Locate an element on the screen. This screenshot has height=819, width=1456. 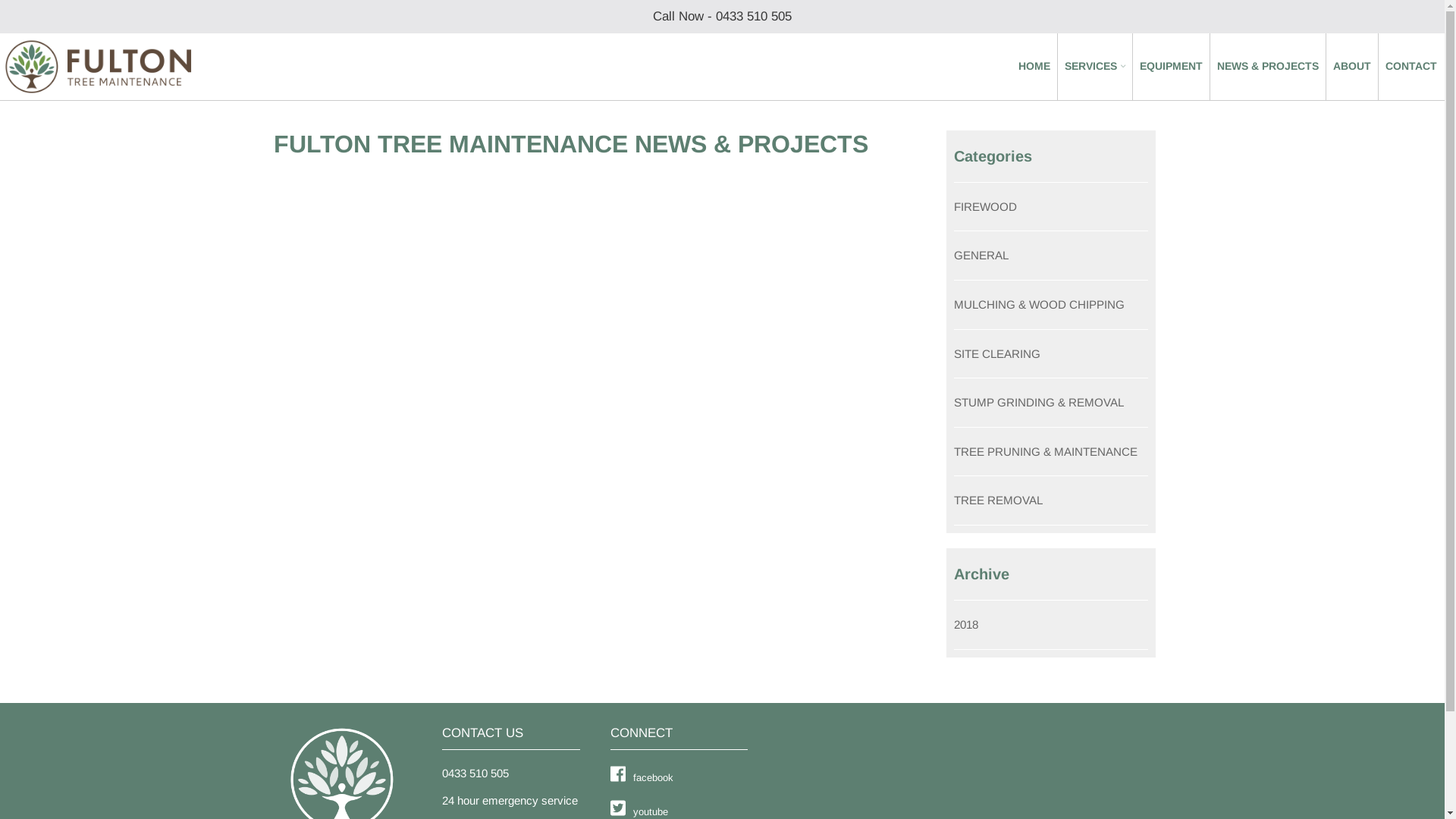
'GENERAL' is located at coordinates (952, 254).